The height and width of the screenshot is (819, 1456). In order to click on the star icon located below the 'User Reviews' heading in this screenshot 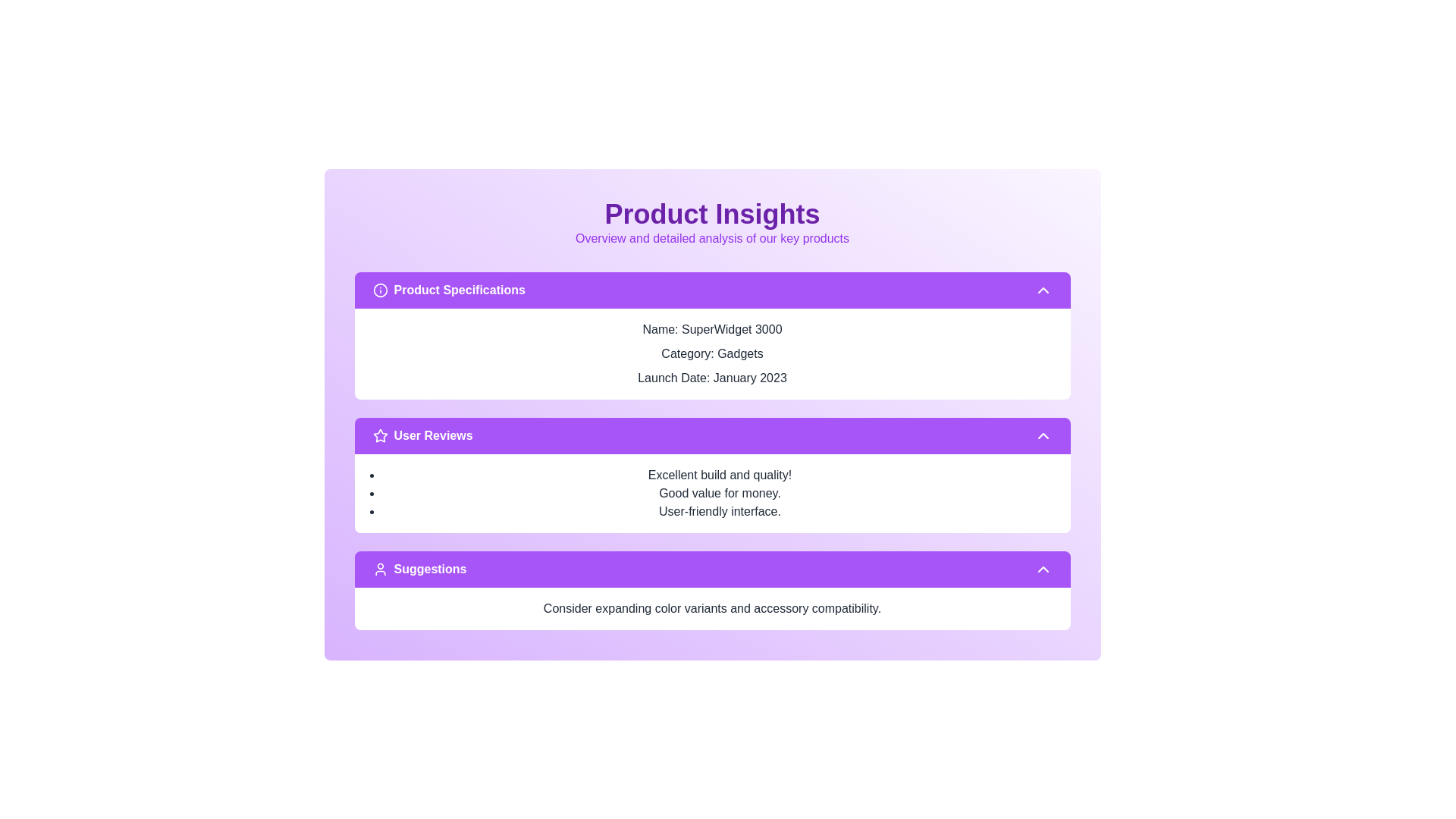, I will do `click(379, 435)`.